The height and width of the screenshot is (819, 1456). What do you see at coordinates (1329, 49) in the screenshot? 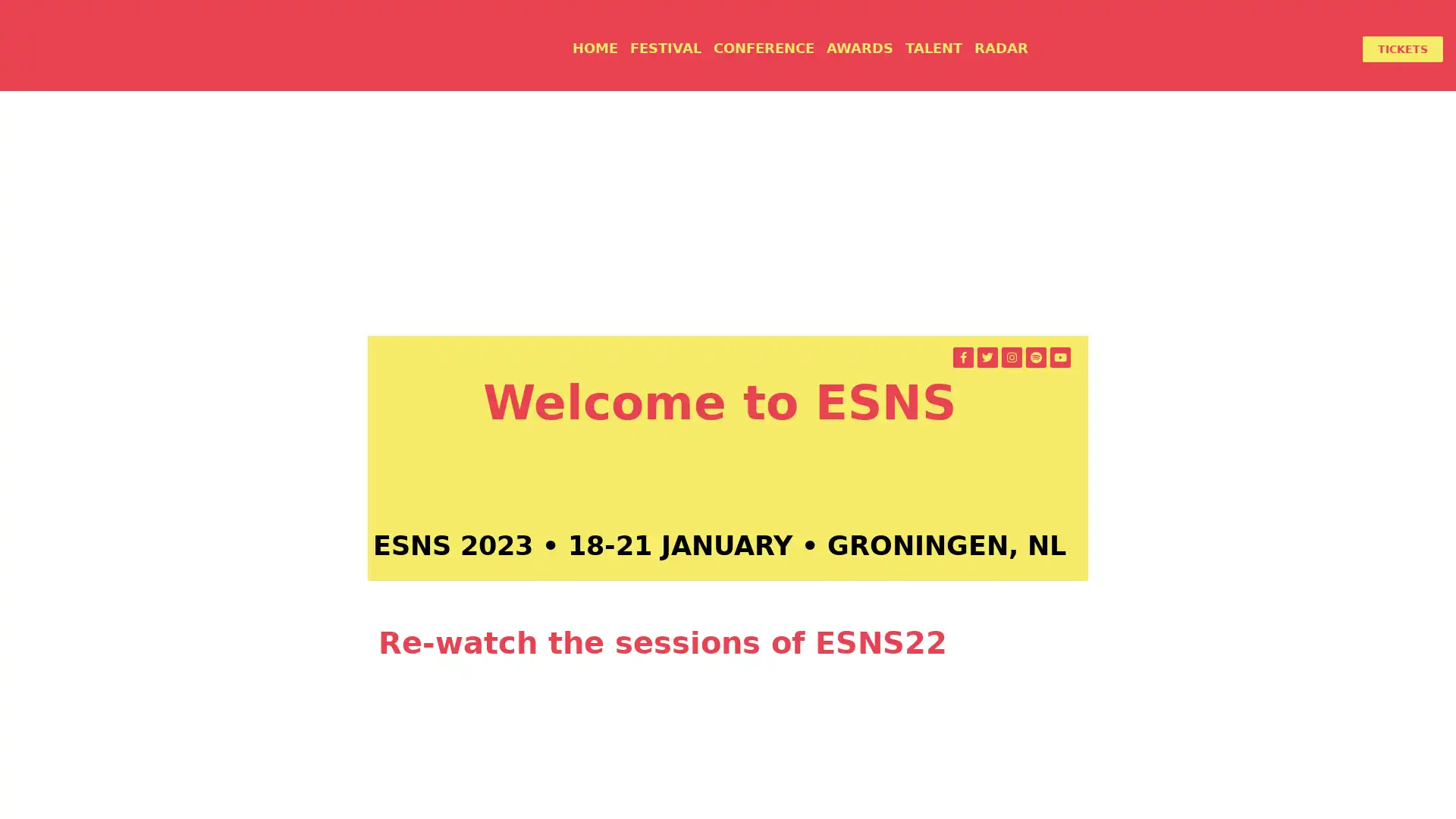
I see `LOGIN` at bounding box center [1329, 49].